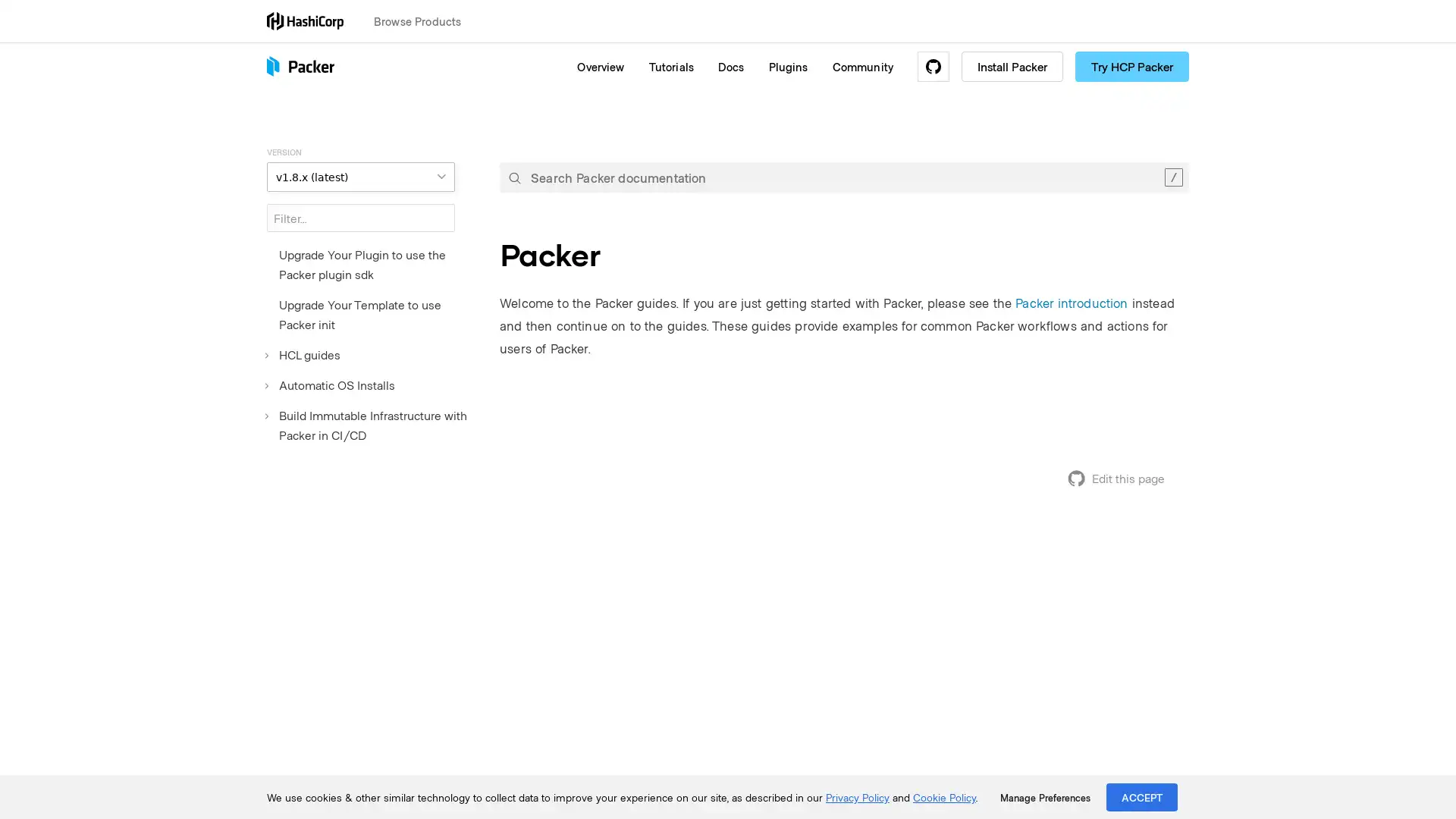  I want to click on Automatic OS Installs, so click(330, 384).